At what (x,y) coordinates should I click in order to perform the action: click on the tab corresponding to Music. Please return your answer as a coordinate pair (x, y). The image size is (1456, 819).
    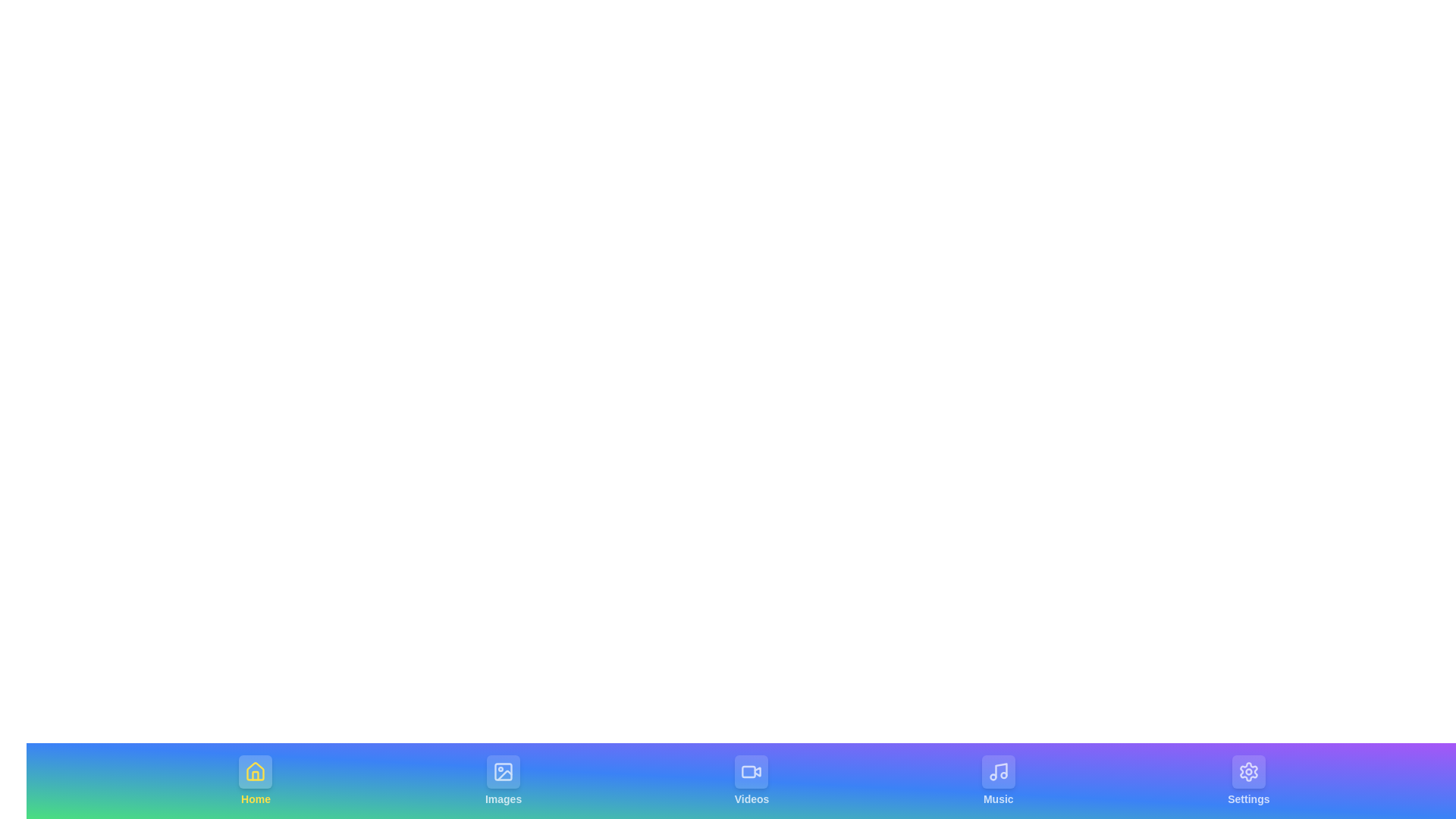
    Looking at the image, I should click on (998, 780).